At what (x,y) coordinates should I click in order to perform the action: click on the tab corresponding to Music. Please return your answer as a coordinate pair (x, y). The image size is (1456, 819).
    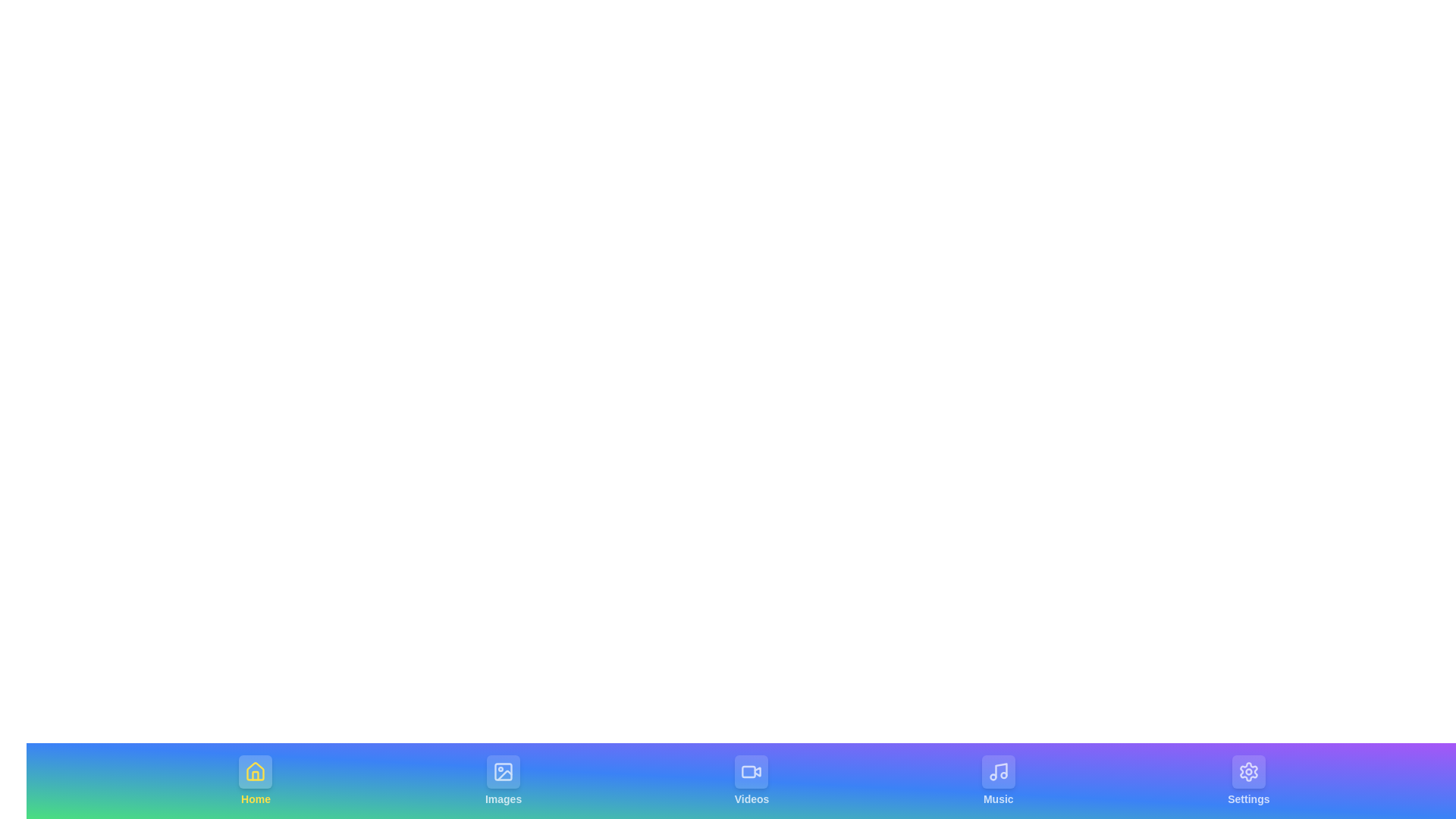
    Looking at the image, I should click on (998, 780).